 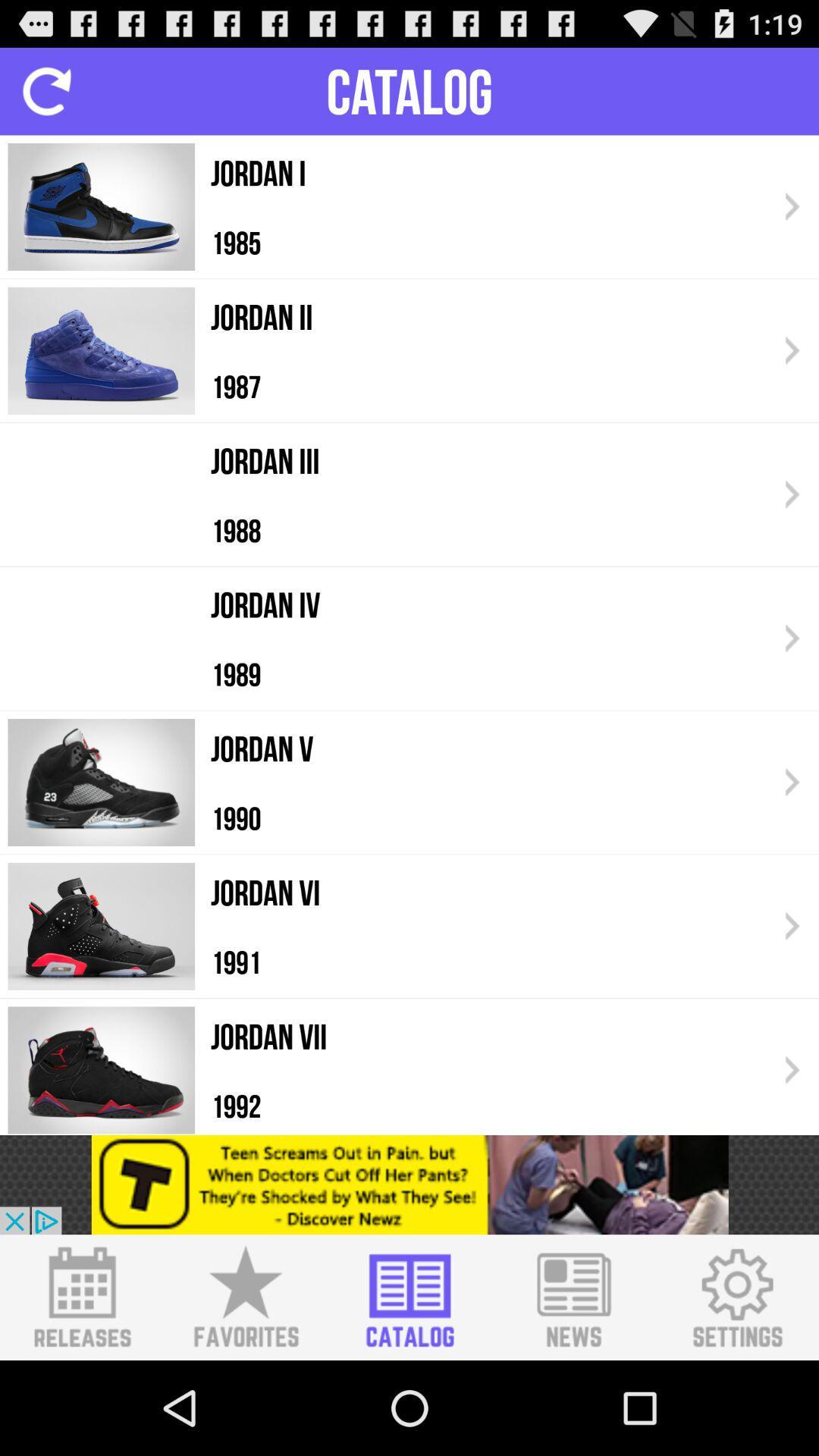 What do you see at coordinates (409, 1184) in the screenshot?
I see `shows the advertisement tab` at bounding box center [409, 1184].